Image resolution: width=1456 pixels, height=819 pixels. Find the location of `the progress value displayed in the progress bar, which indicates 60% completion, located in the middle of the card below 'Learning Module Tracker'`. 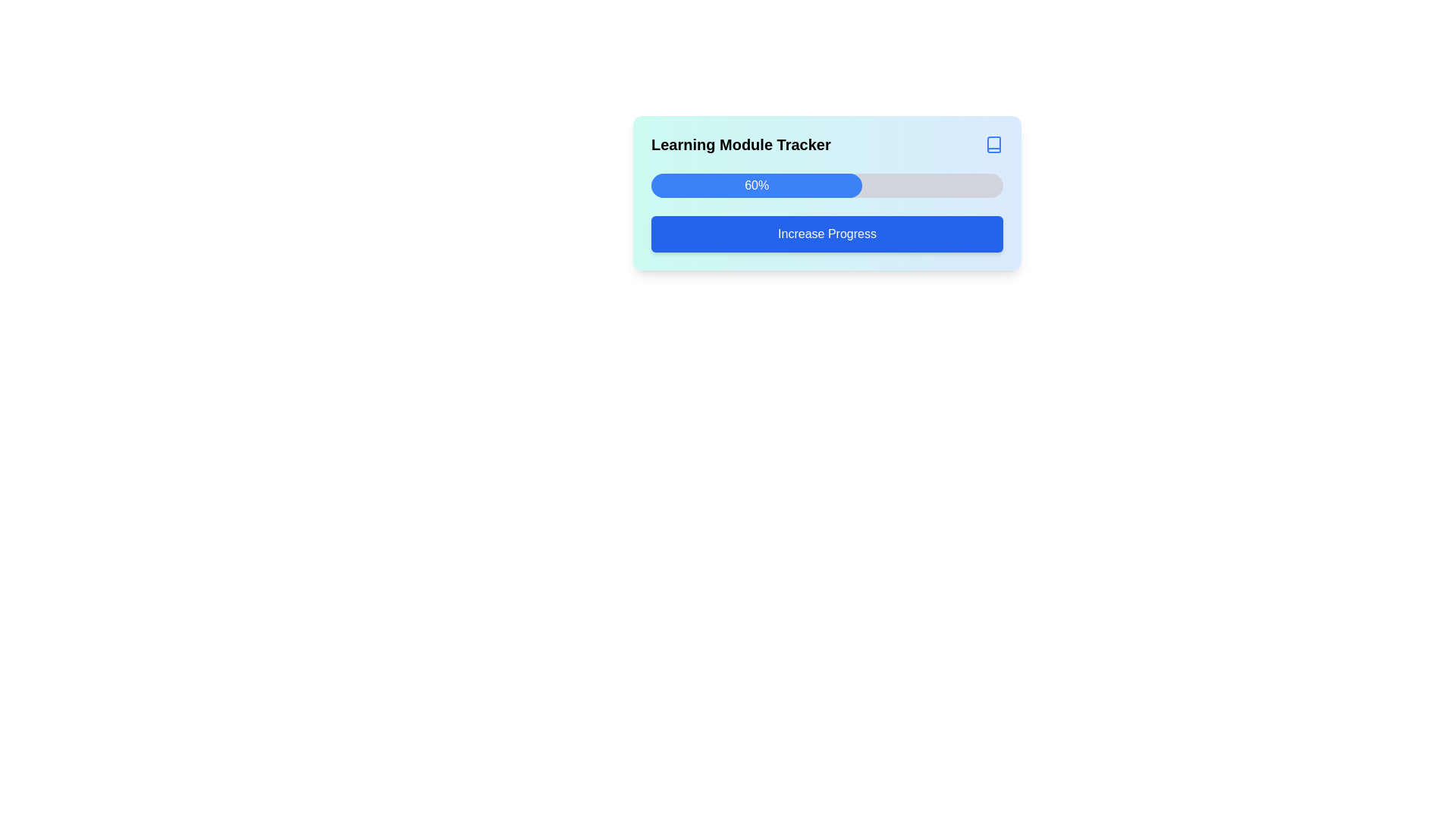

the progress value displayed in the progress bar, which indicates 60% completion, located in the middle of the card below 'Learning Module Tracker' is located at coordinates (826, 192).